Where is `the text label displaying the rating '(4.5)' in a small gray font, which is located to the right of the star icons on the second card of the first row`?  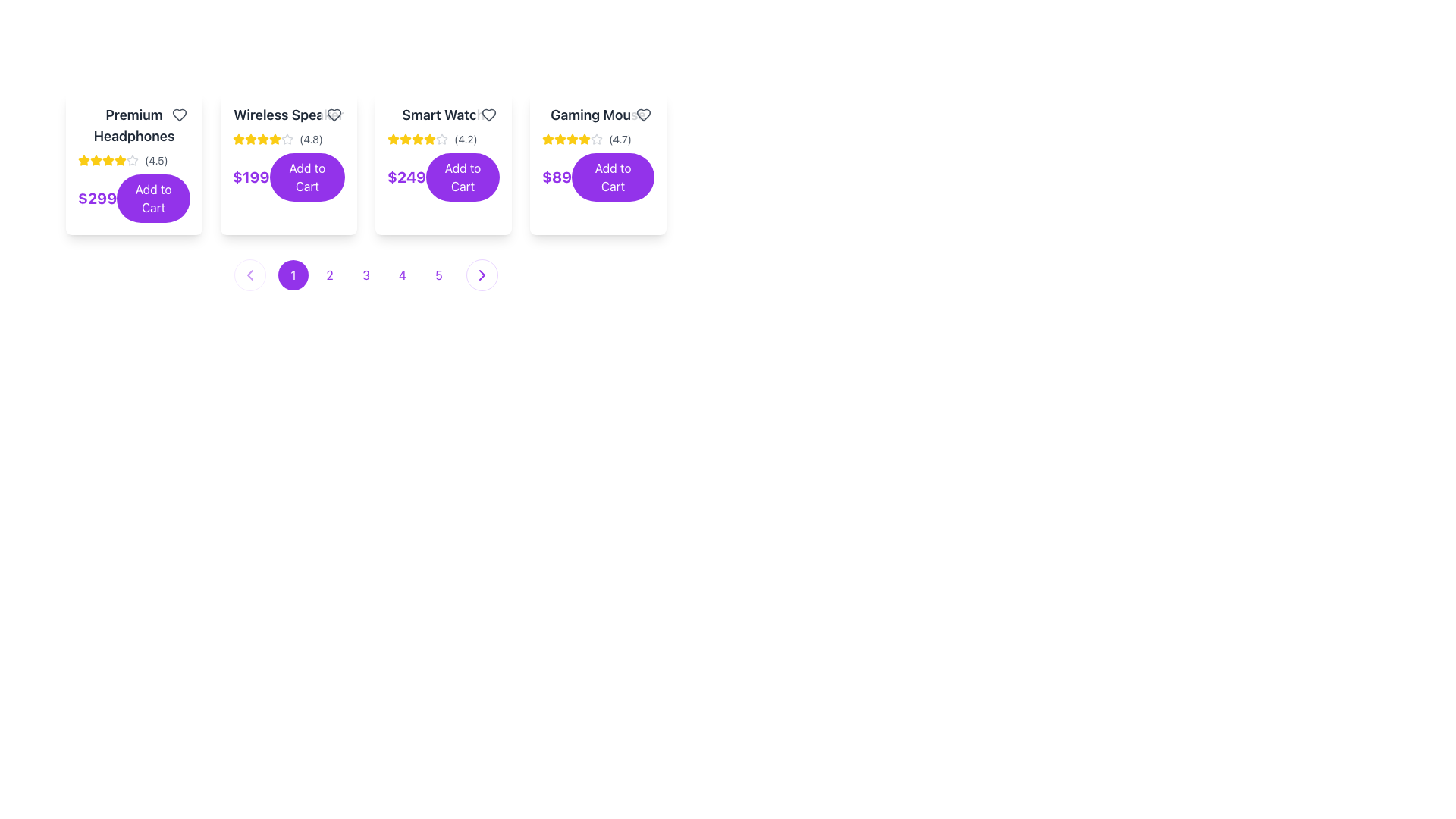
the text label displaying the rating '(4.5)' in a small gray font, which is located to the right of the star icons on the second card of the first row is located at coordinates (156, 161).